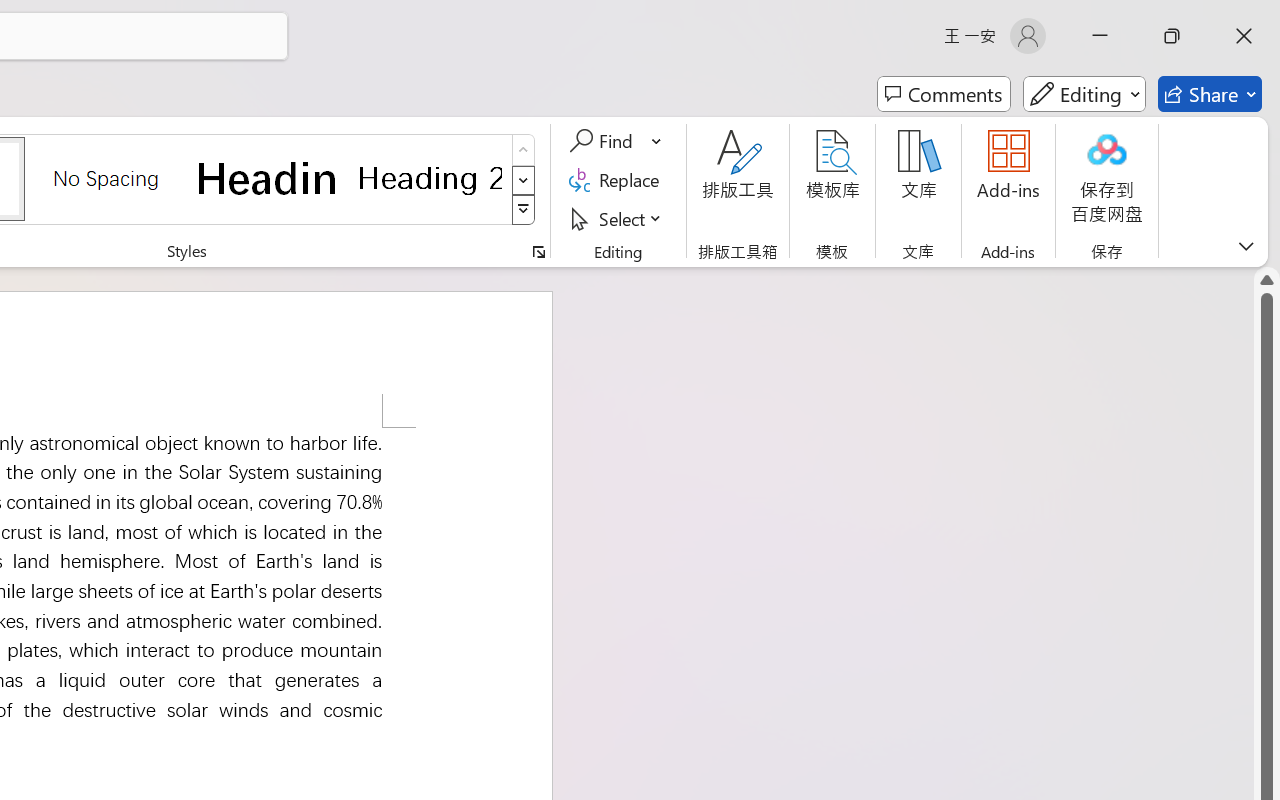  I want to click on 'Select', so click(617, 218).